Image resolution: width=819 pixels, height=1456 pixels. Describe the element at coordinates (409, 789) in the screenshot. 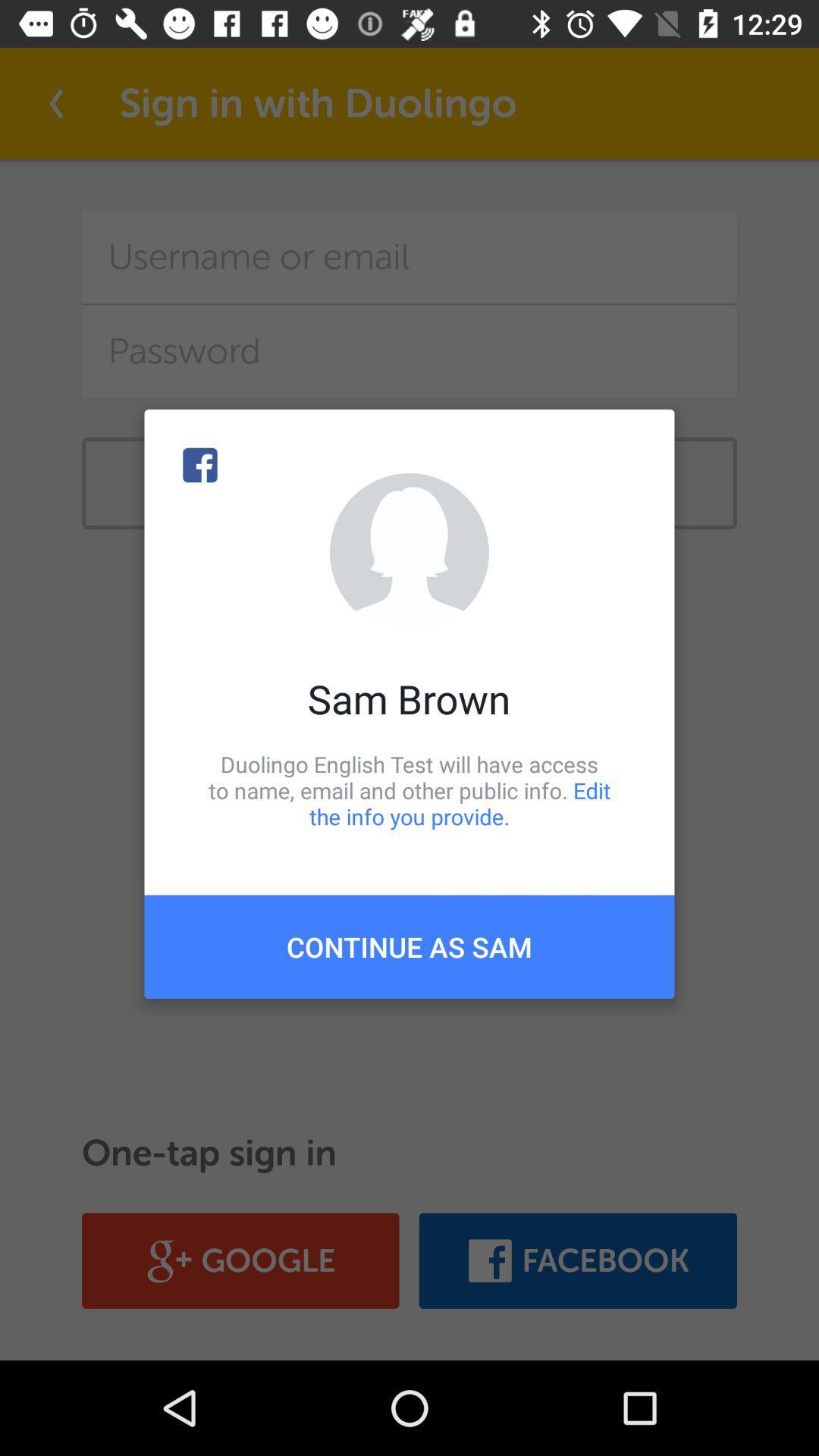

I see `item below sam brown icon` at that location.